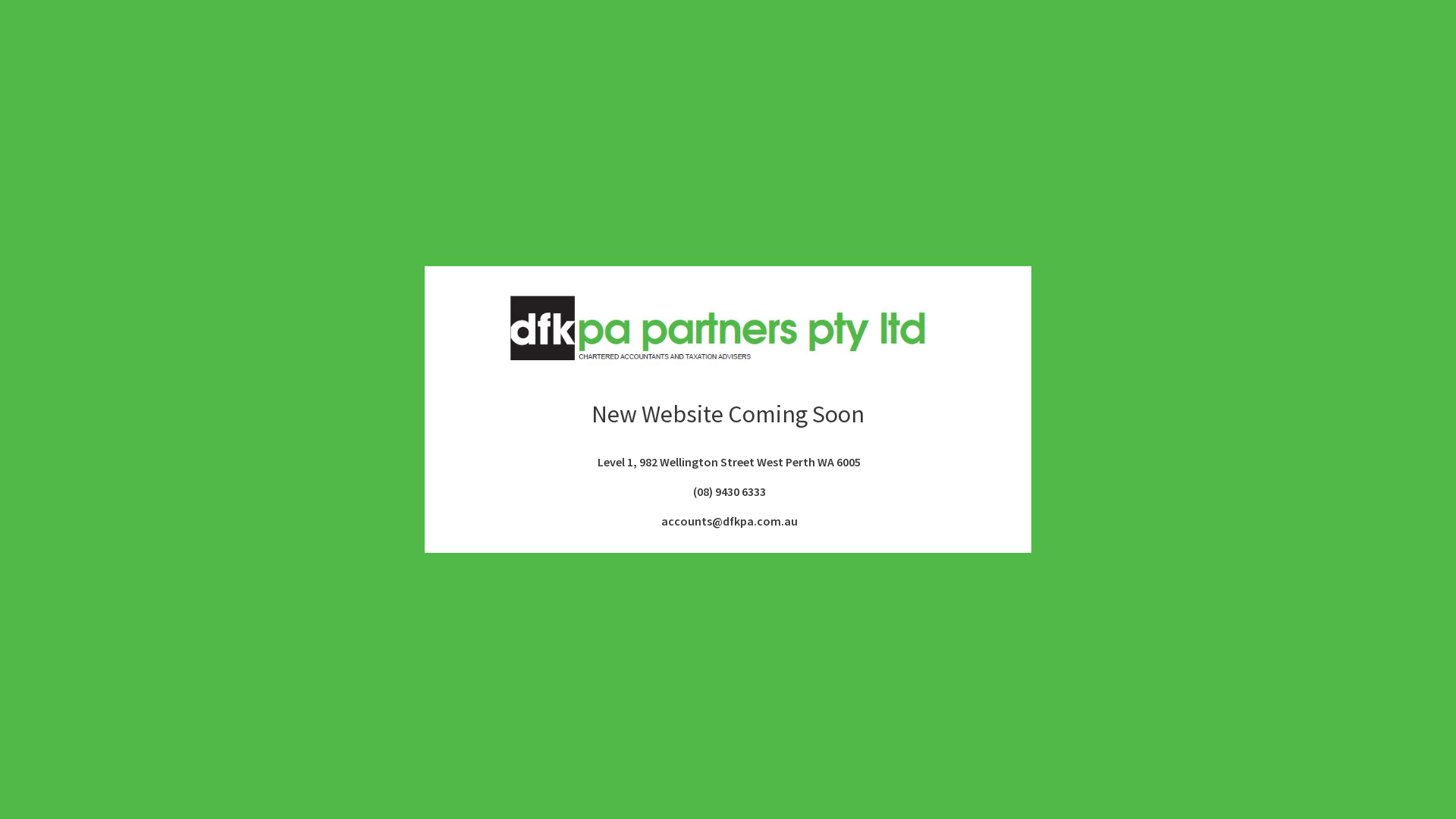 The width and height of the screenshot is (1456, 819). I want to click on 'accounts@dfkpa.com.au', so click(726, 519).